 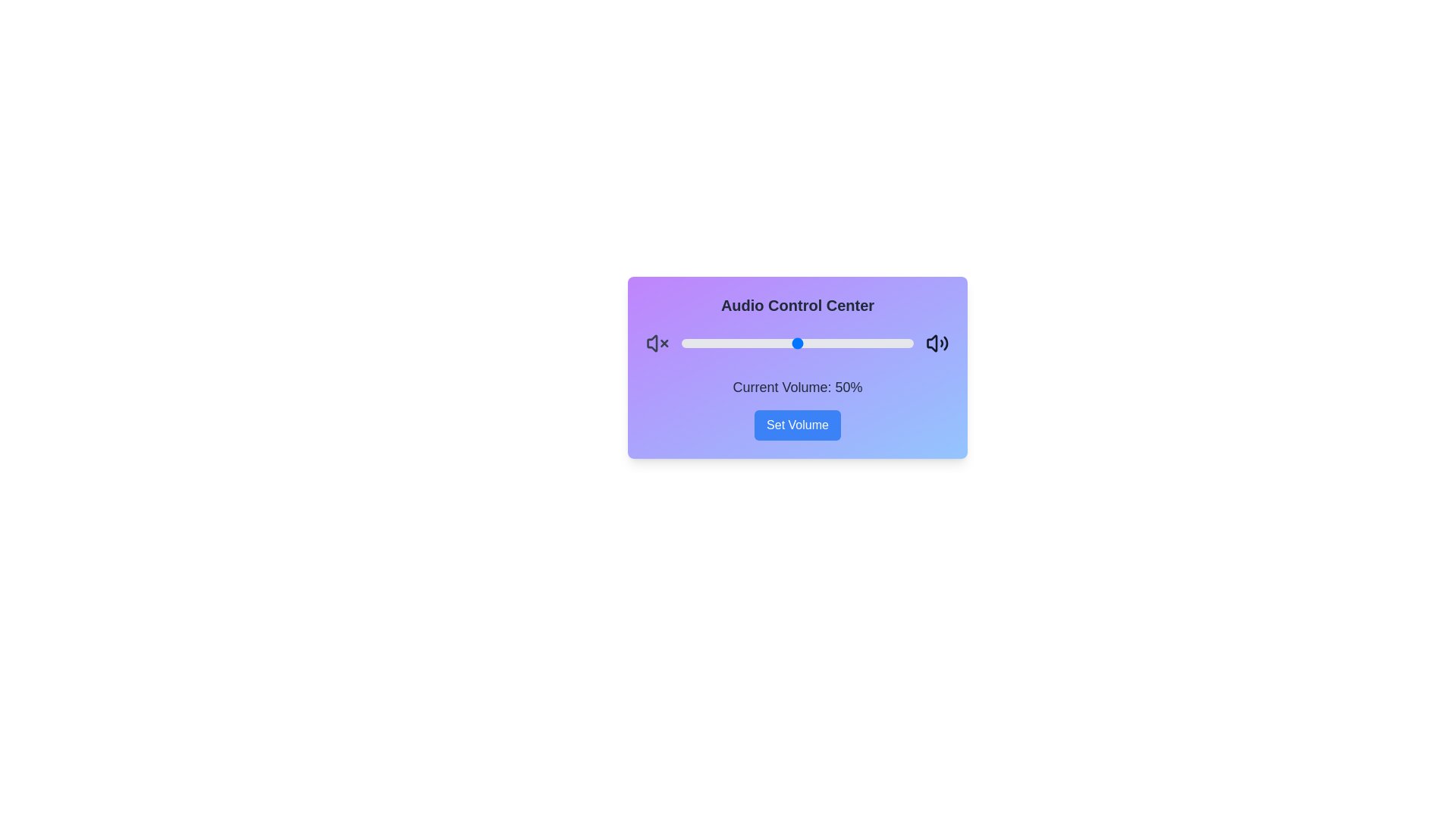 What do you see at coordinates (792, 343) in the screenshot?
I see `the volume slider to set the volume to 48%` at bounding box center [792, 343].